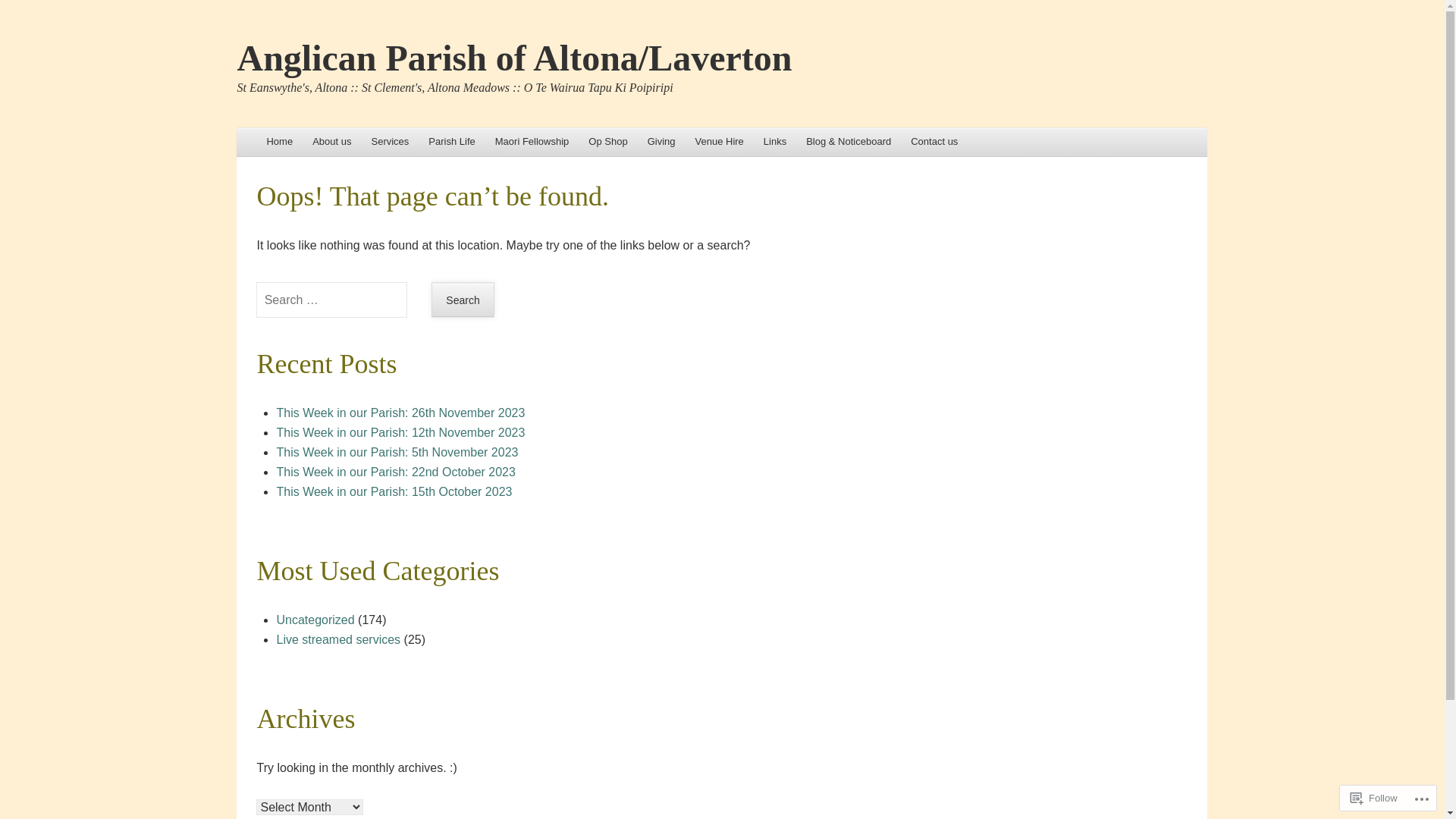 Image resolution: width=1456 pixels, height=819 pixels. I want to click on 'Follow', so click(1374, 797).